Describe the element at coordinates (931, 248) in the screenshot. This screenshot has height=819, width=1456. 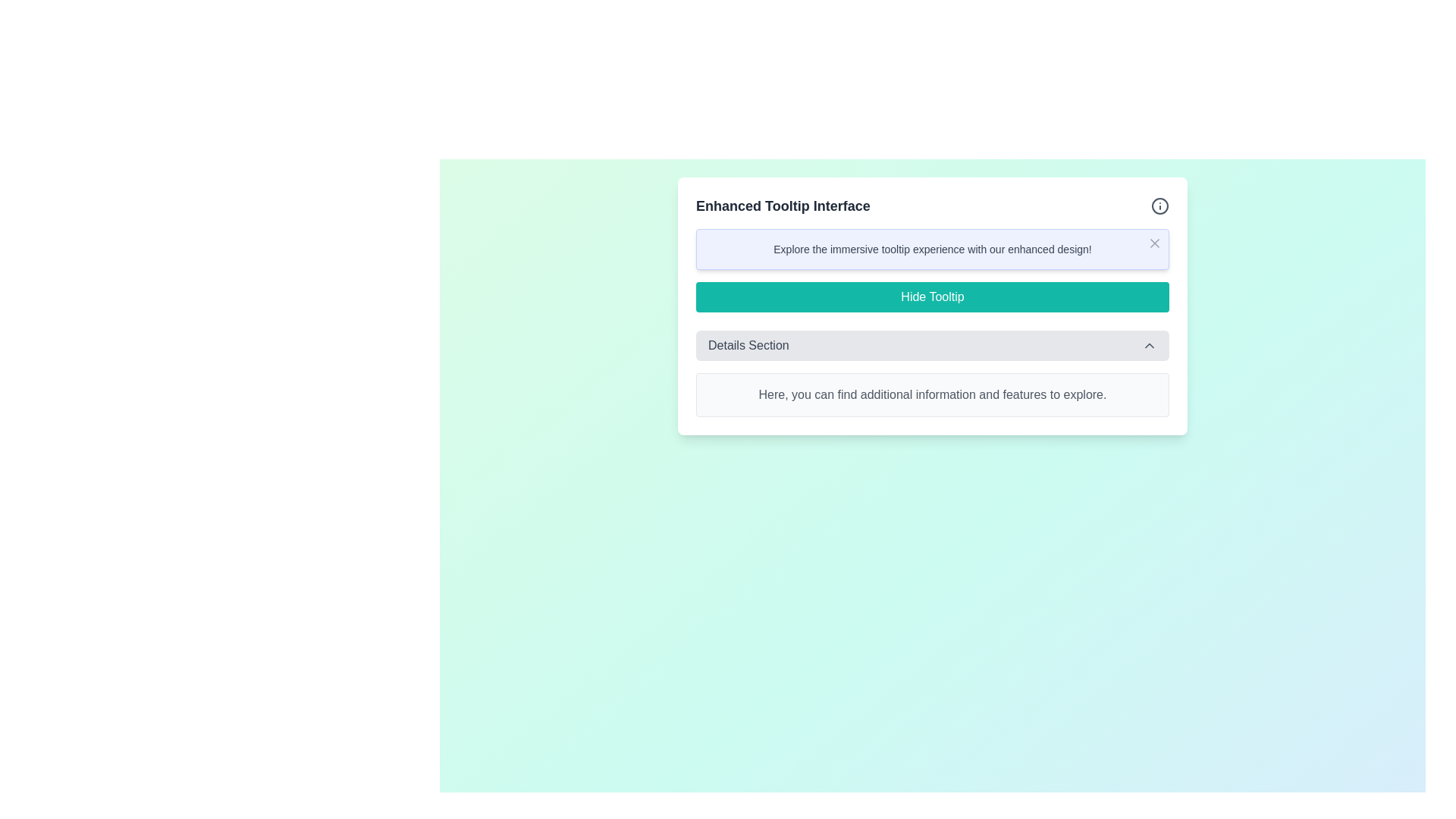
I see `the static text element that reads 'Explore the immersive tooltip experience with our enhanced design!' which is styled in small gray font and located within an indigo background box` at that location.